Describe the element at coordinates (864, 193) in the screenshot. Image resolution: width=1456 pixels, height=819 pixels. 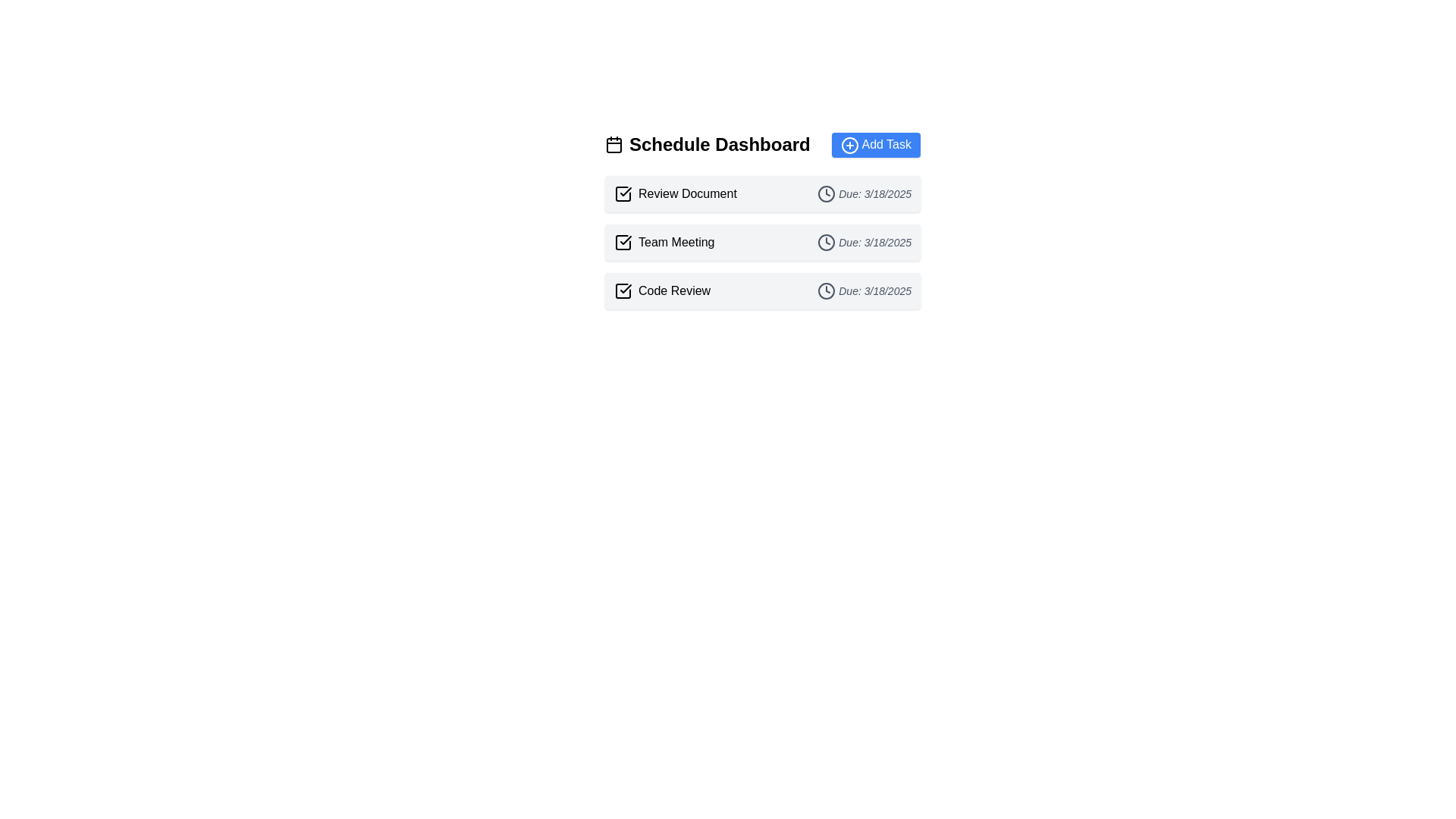
I see `due date information from the static text label styled in italic gray font that says 'Due: 3/18/2025', which is positioned next to a clock-shaped icon on the right side of the task summary card` at that location.